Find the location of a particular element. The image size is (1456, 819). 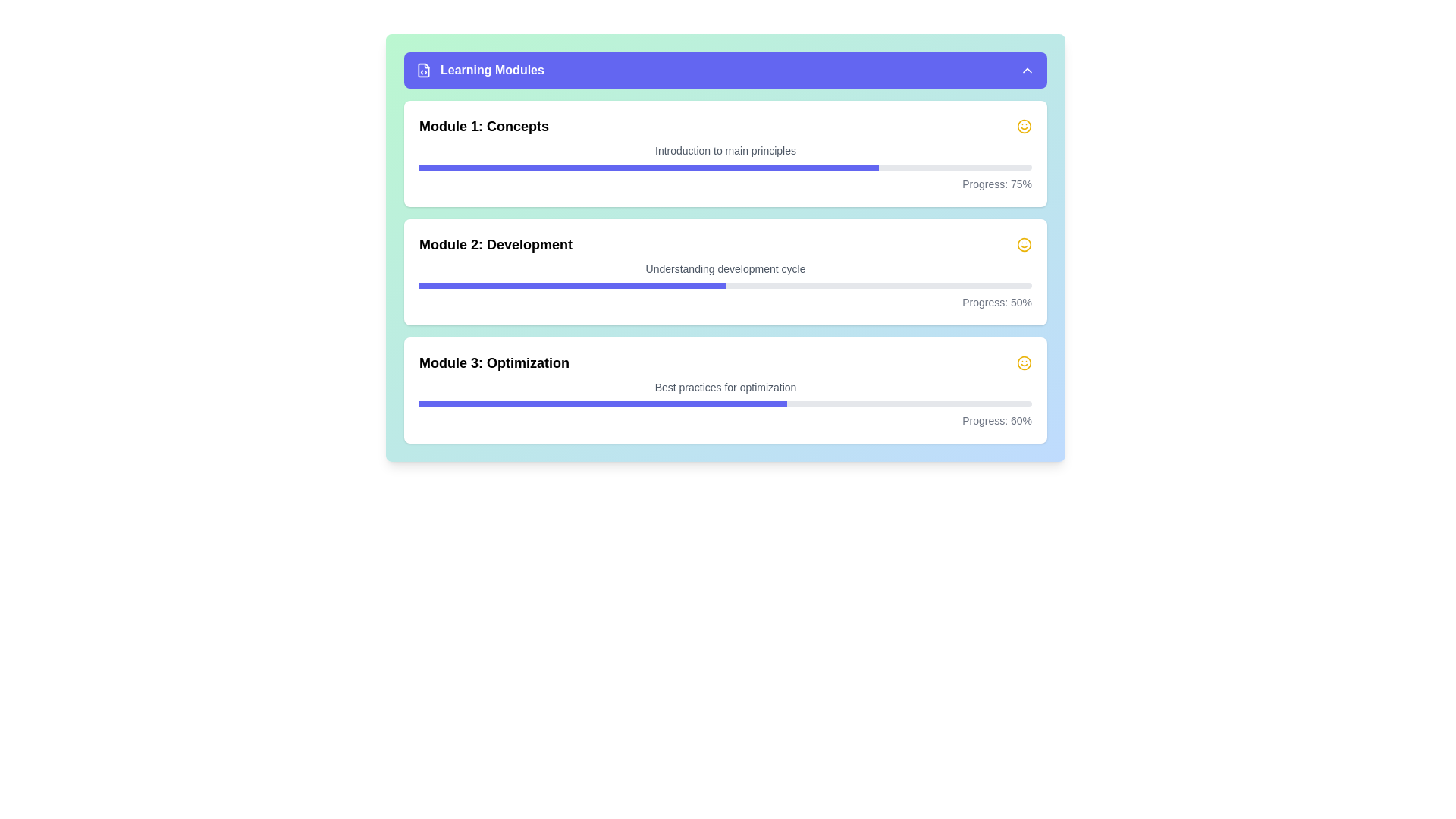

the circular smiley face icon located on the far-right side of the 'Module 2: Development' area is located at coordinates (1024, 244).